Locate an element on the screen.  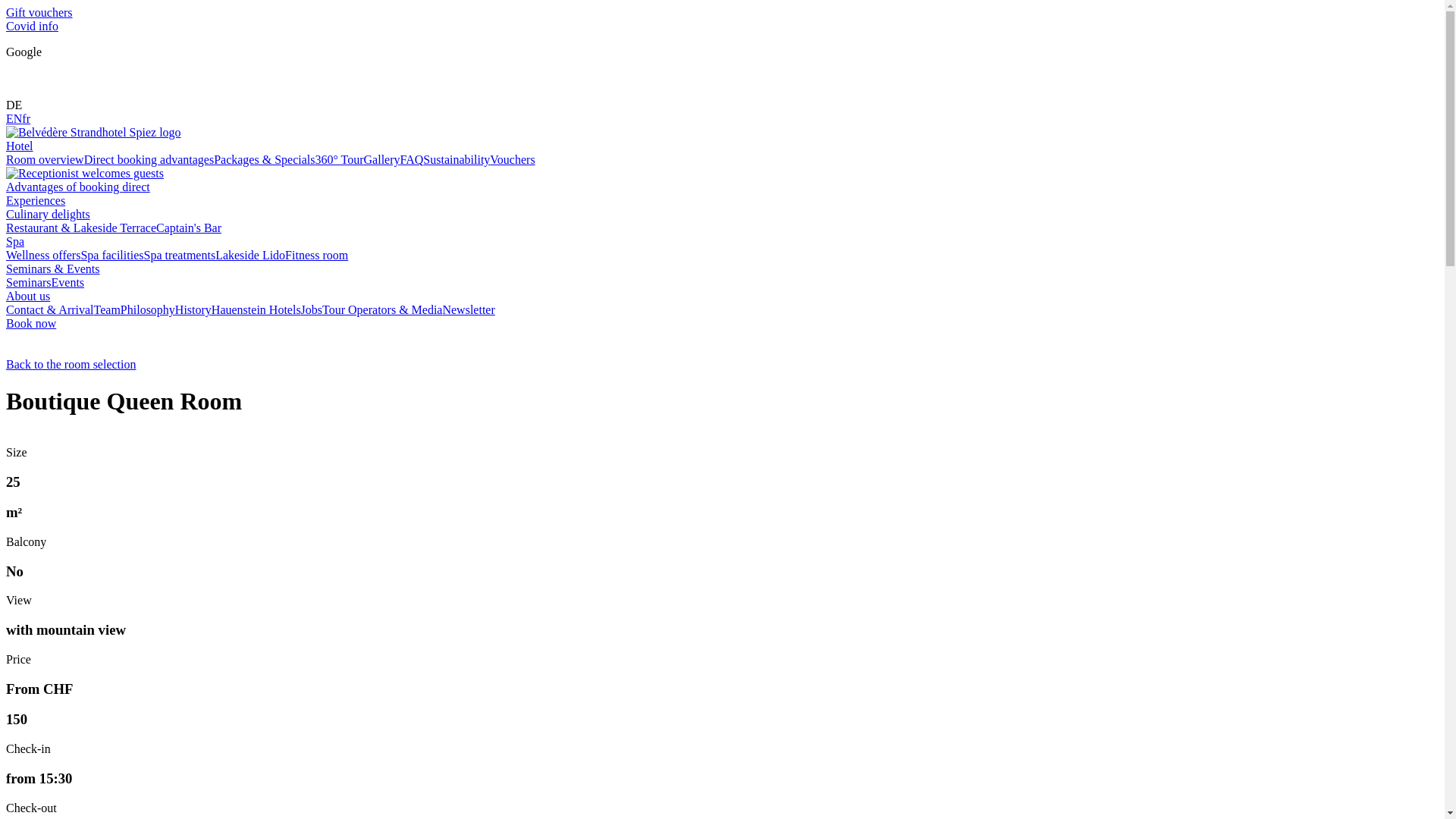
'Wellness offers' is located at coordinates (43, 254).